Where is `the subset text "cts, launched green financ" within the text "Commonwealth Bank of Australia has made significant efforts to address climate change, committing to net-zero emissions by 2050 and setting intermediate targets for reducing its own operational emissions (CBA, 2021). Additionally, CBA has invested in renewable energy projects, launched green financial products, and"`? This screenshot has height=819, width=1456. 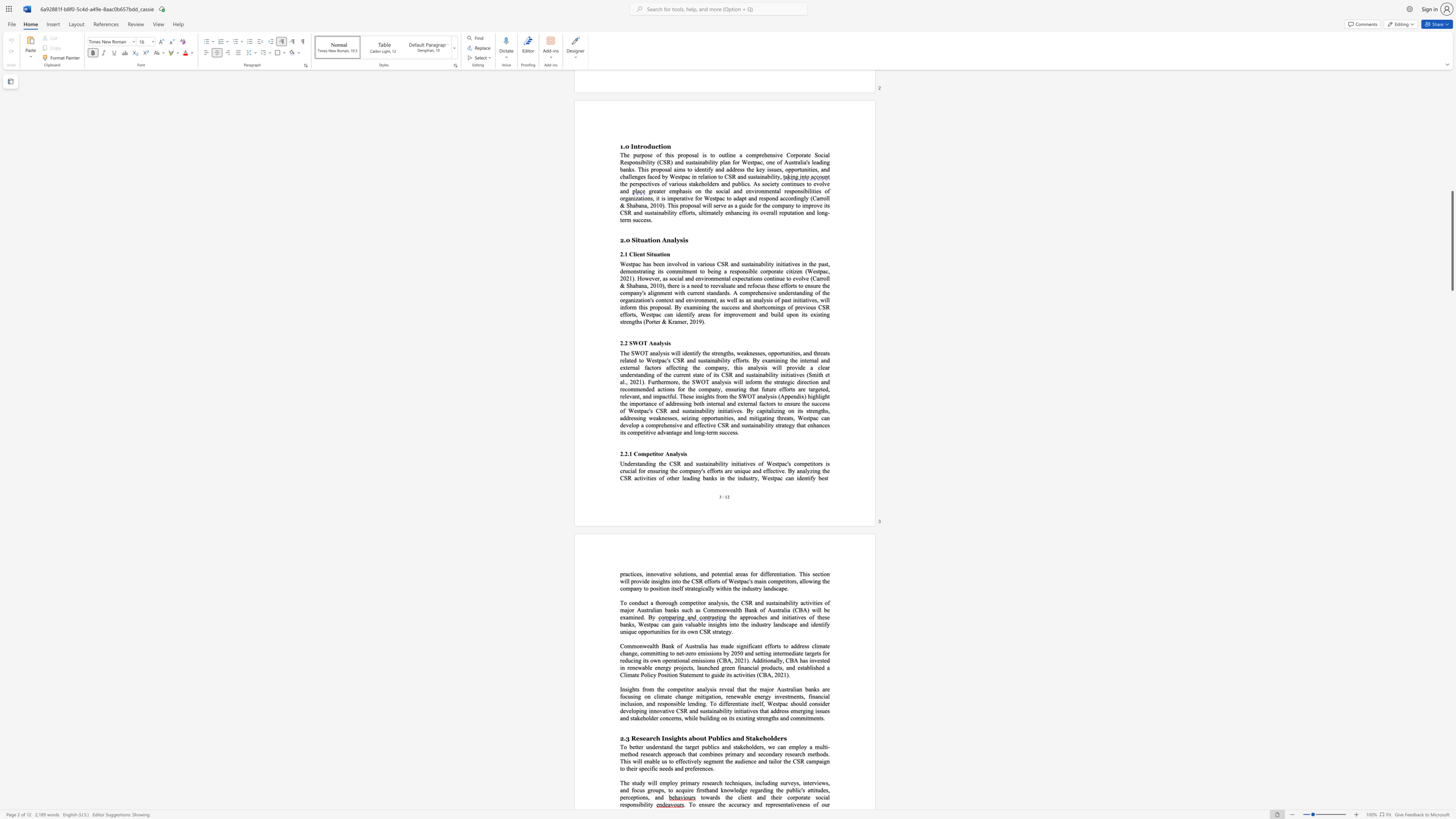
the subset text "cts, launched green financ" within the text "Commonwealth Bank of Australia has made significant efforts to address climate change, committing to net-zero emissions by 2050 and setting intermediate targets for reducing its own operational emissions (CBA, 2021). Additionally, CBA has invested in renewable energy projects, launched green financial products, and" is located at coordinates (686, 668).